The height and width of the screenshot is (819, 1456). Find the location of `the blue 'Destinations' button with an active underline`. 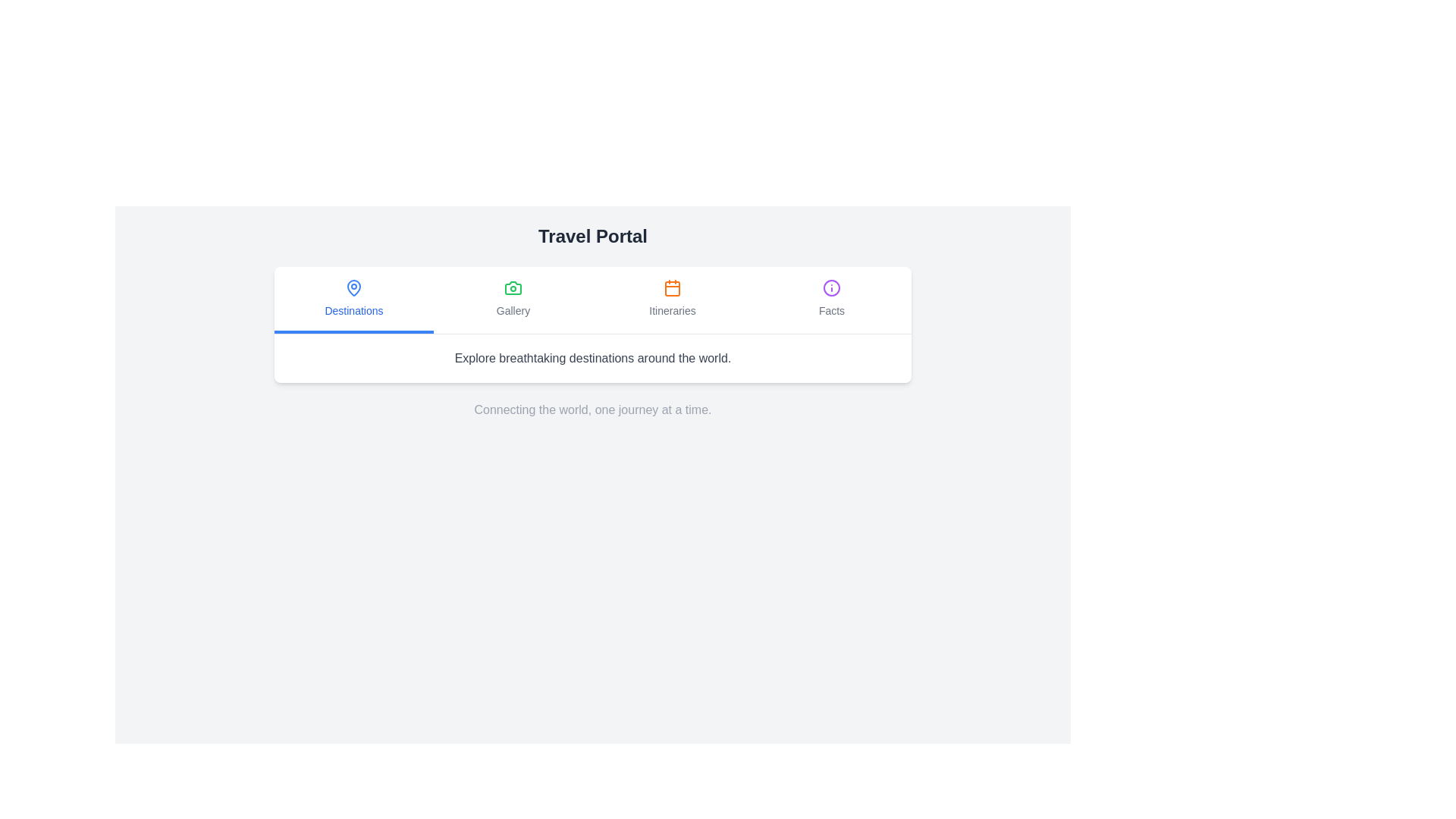

the blue 'Destinations' button with an active underline is located at coordinates (353, 300).